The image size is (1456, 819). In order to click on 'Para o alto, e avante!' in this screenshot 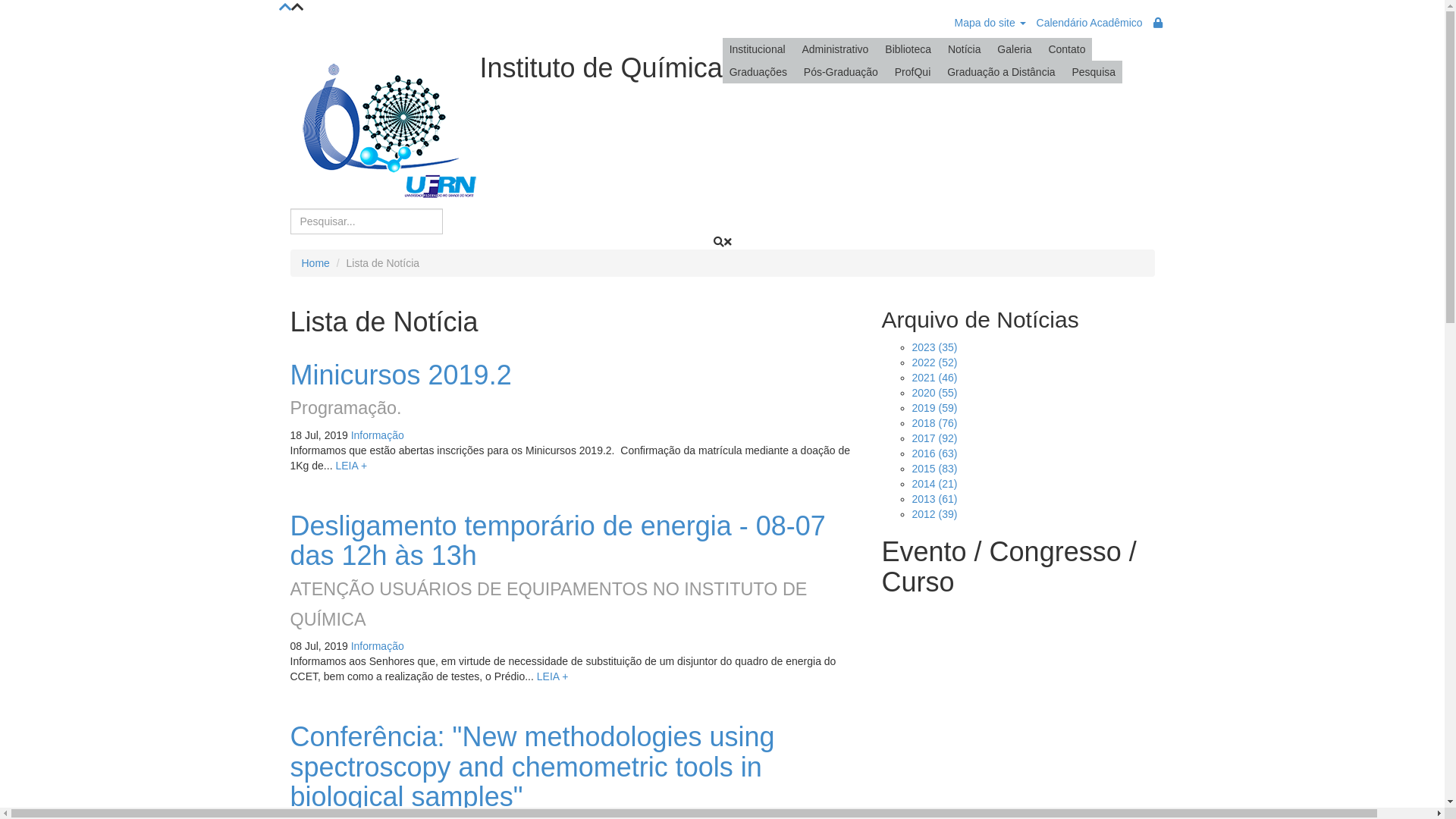, I will do `click(284, 8)`.